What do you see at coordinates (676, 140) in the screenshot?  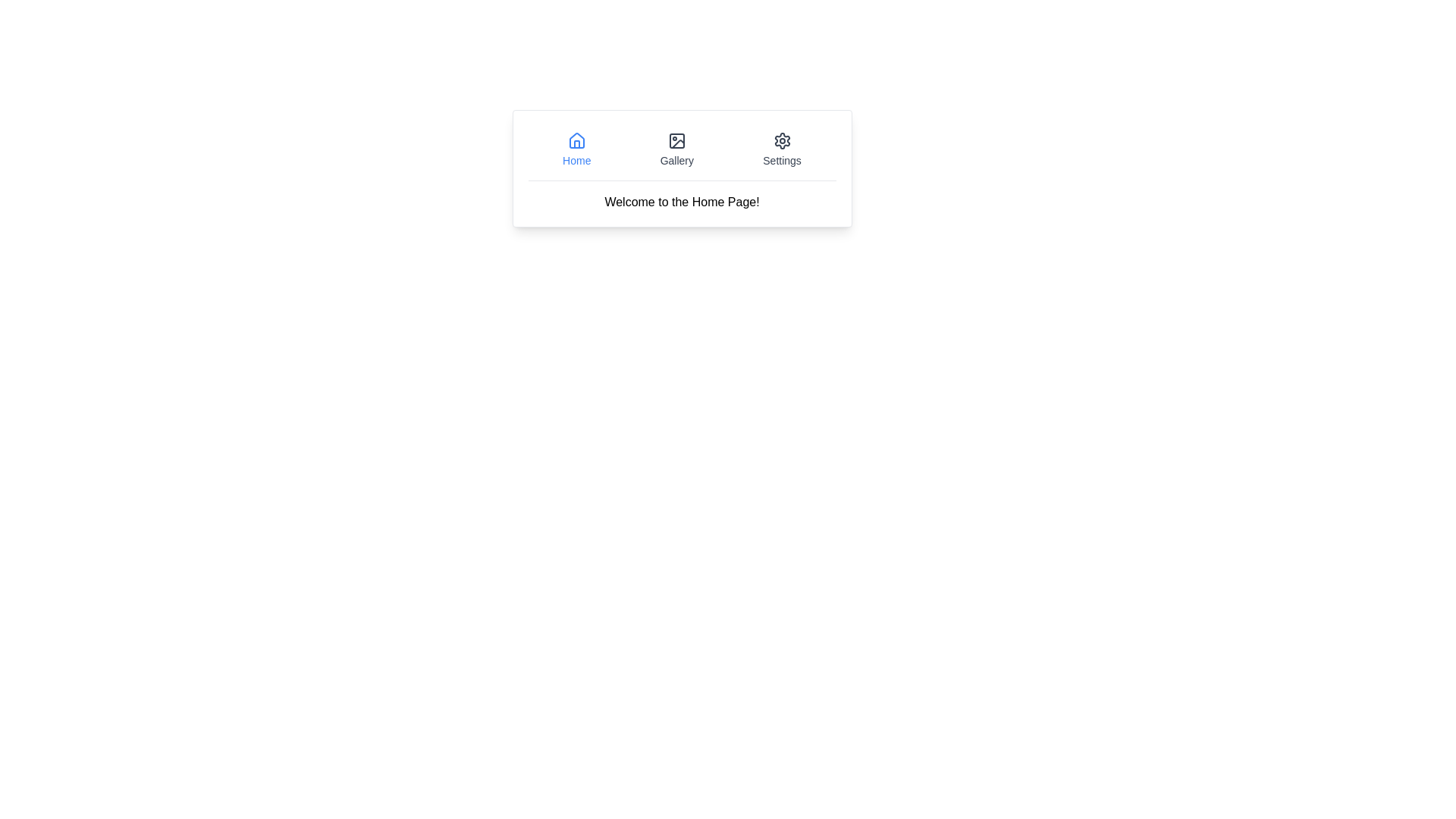 I see `the 'Gallery' icon button located in the center of the three-option horizontal menu bar, represented by a 24x24 pixel icon depicting a sun and mountain` at bounding box center [676, 140].